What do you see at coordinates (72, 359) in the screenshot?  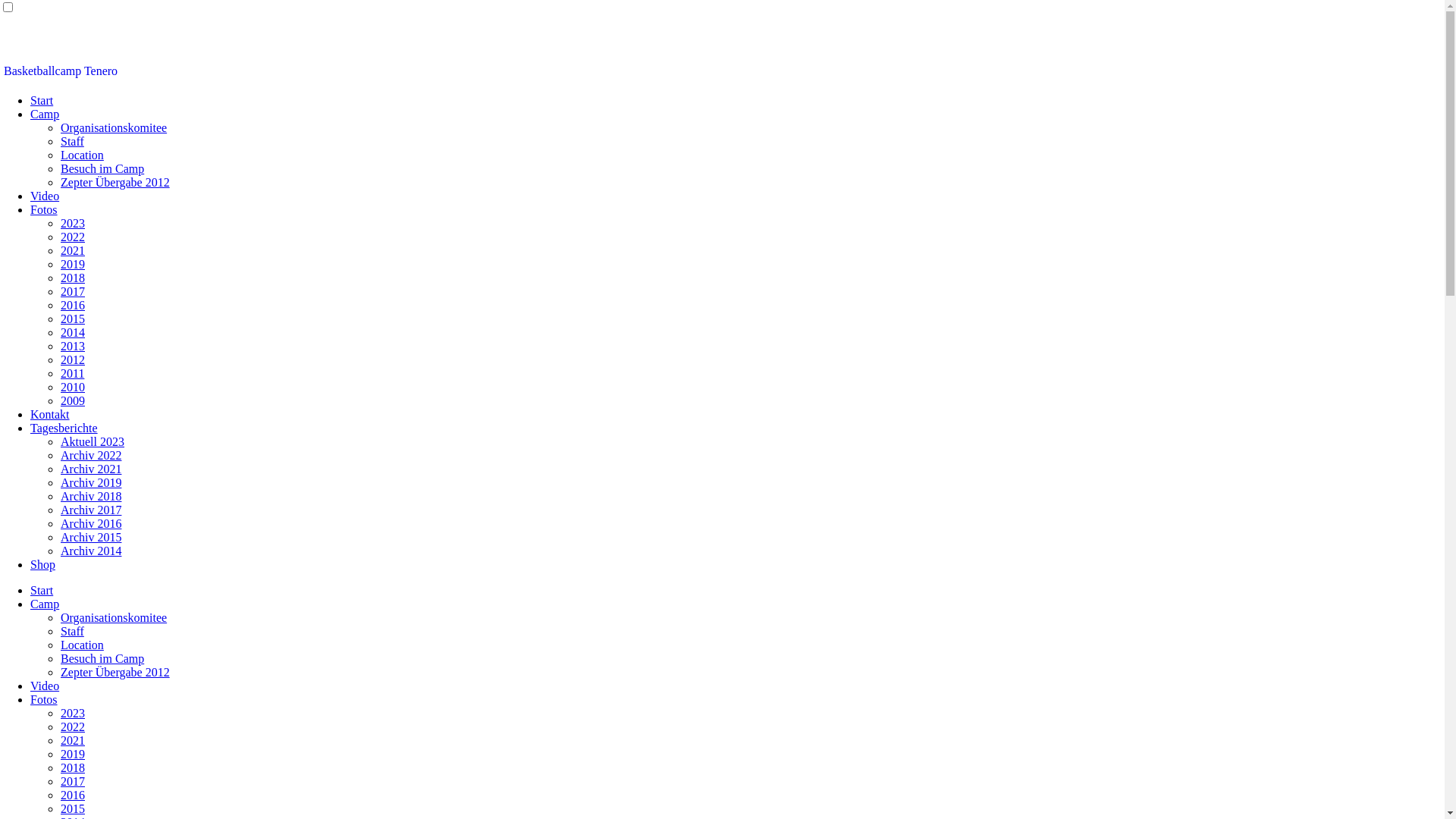 I see `'2012'` at bounding box center [72, 359].